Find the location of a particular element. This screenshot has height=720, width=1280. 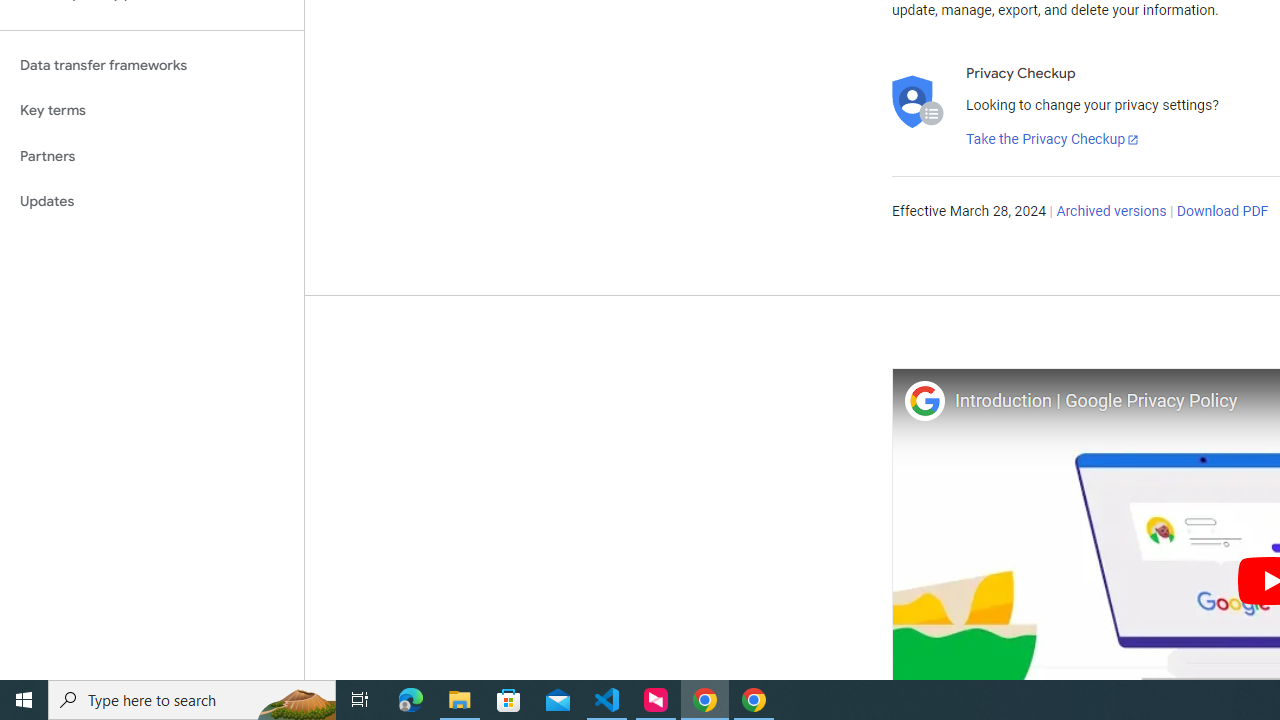

'Photo image of Google' is located at coordinates (923, 400).